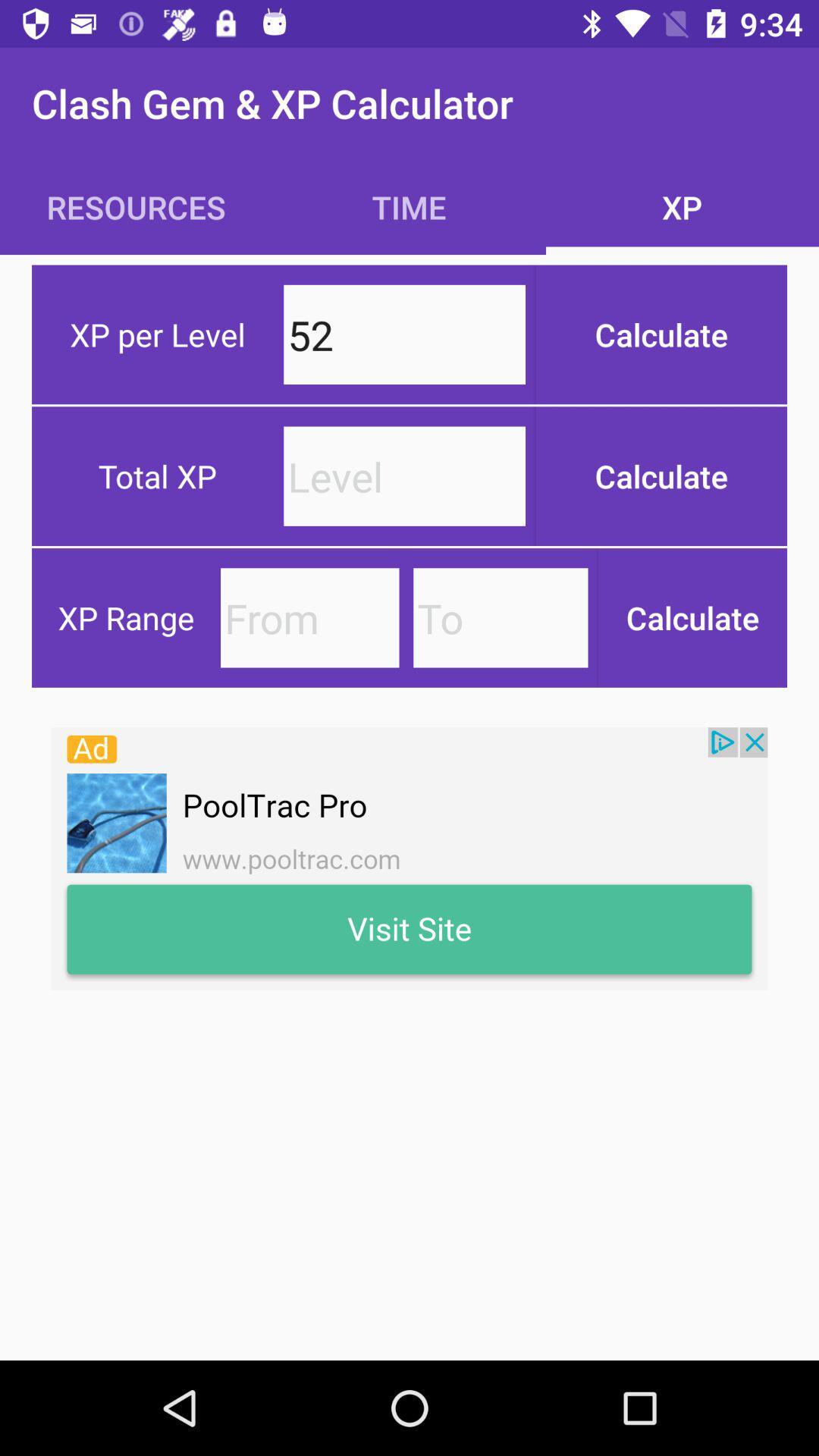 This screenshot has height=1456, width=819. I want to click on to xp range, so click(500, 617).